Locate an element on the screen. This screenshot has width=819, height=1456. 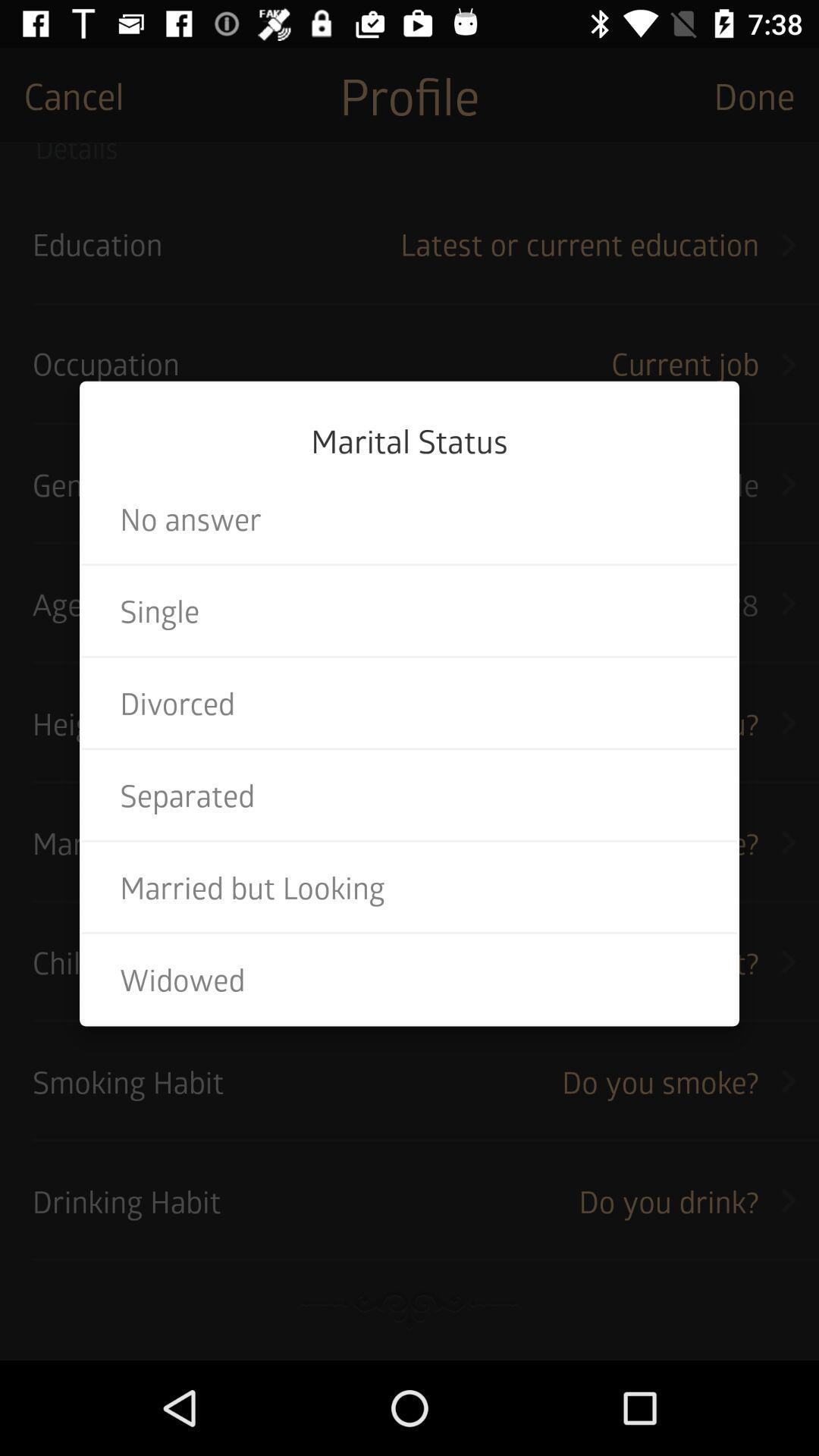
icon below the no answer icon is located at coordinates (409, 610).